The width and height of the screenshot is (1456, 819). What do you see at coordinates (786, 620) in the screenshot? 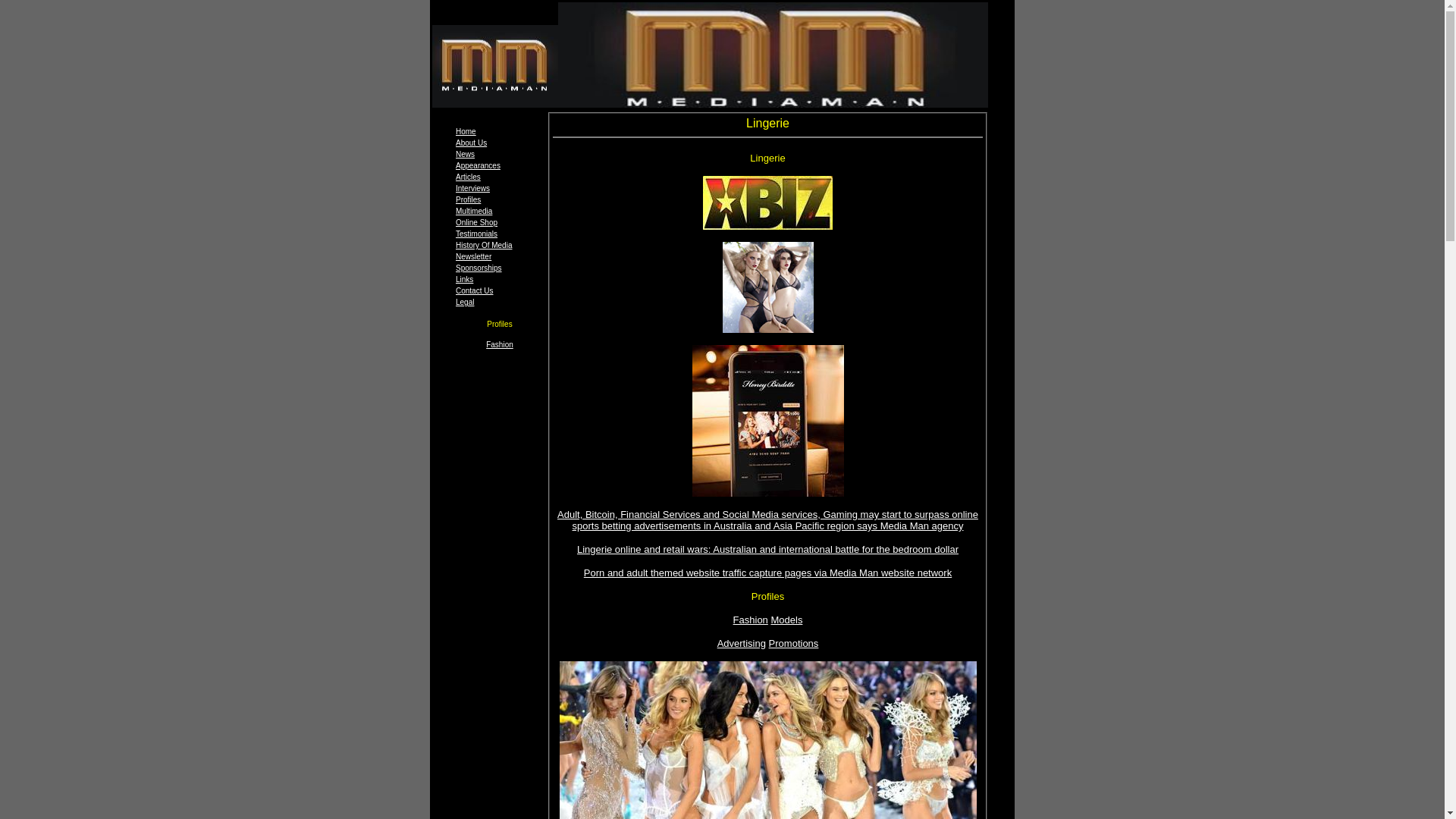
I see `'Models'` at bounding box center [786, 620].